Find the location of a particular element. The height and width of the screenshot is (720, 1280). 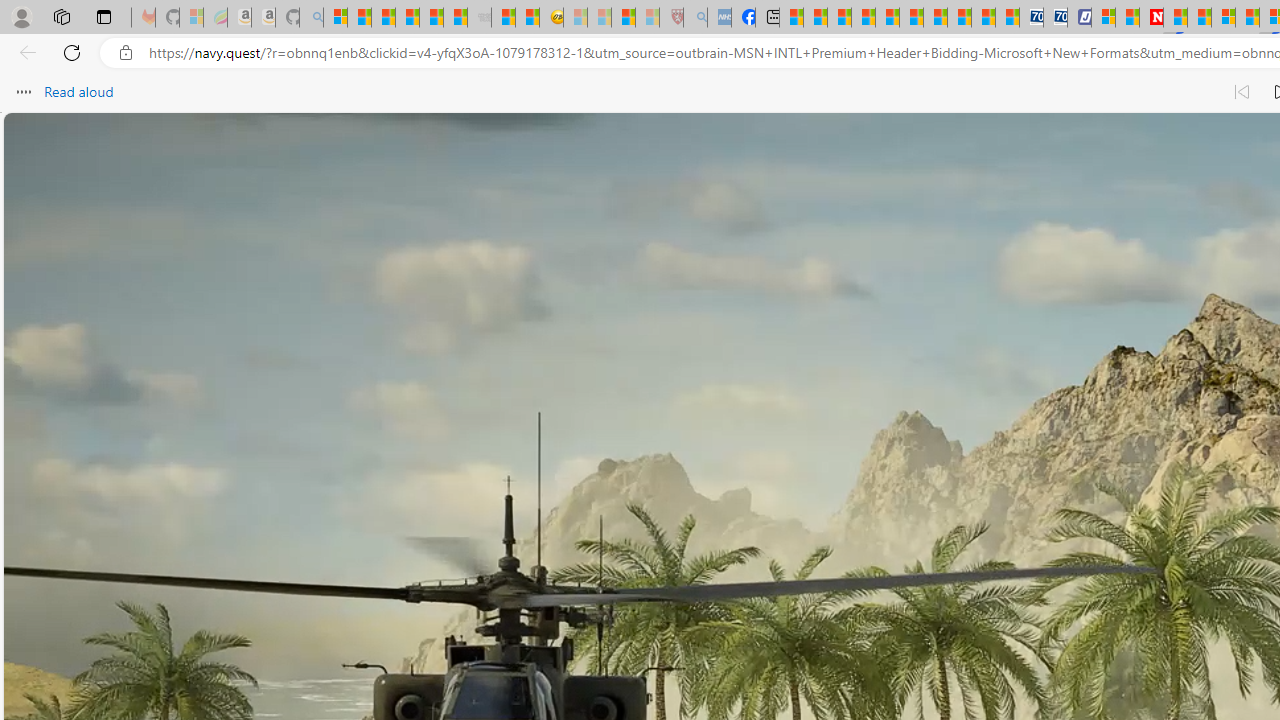

'Climate Damage Becomes Too Severe To Reverse' is located at coordinates (864, 17).